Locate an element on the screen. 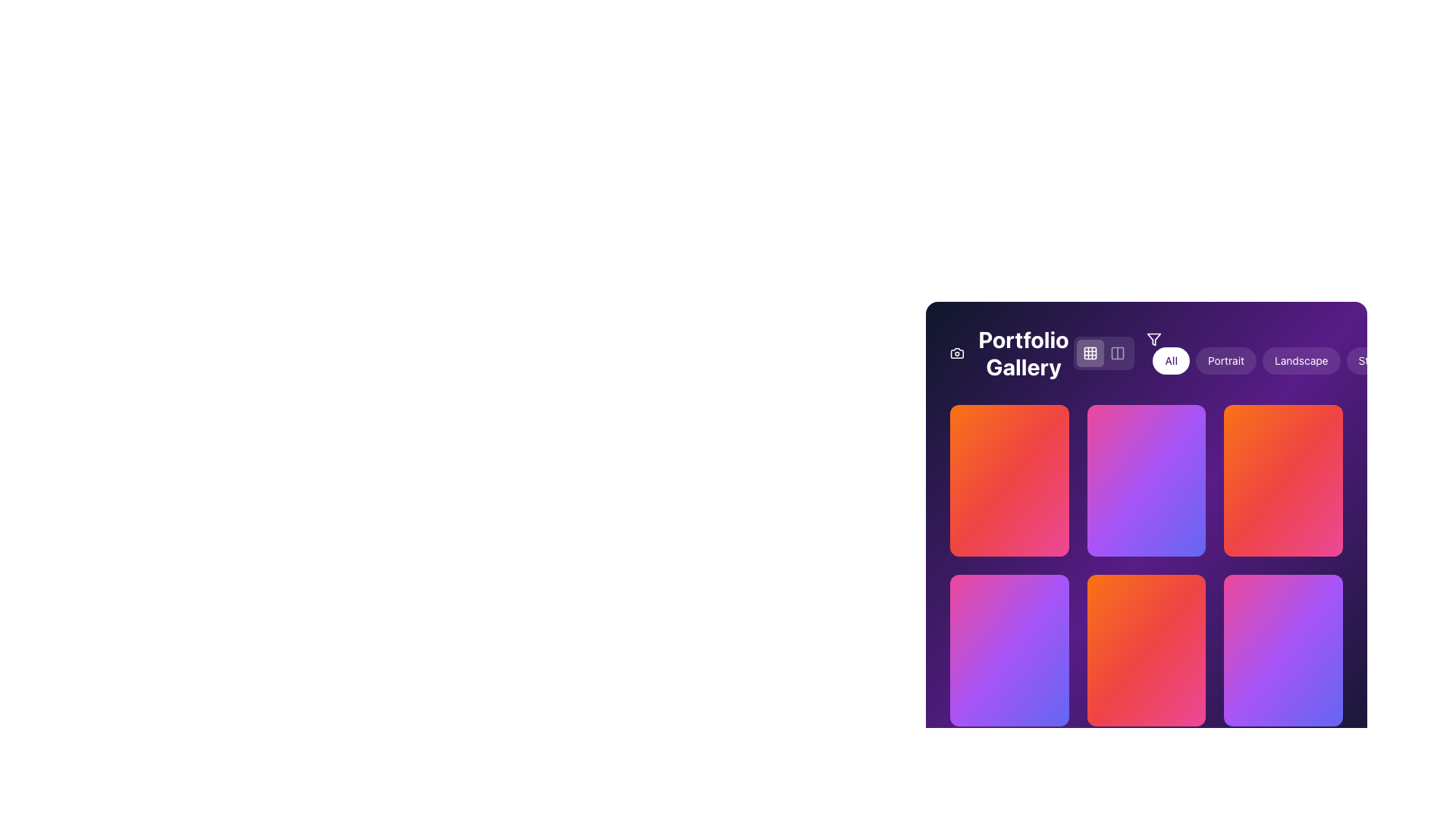 The width and height of the screenshot is (1456, 819). the 'All' button with a pill-shaped design and purple text is located at coordinates (1170, 360).